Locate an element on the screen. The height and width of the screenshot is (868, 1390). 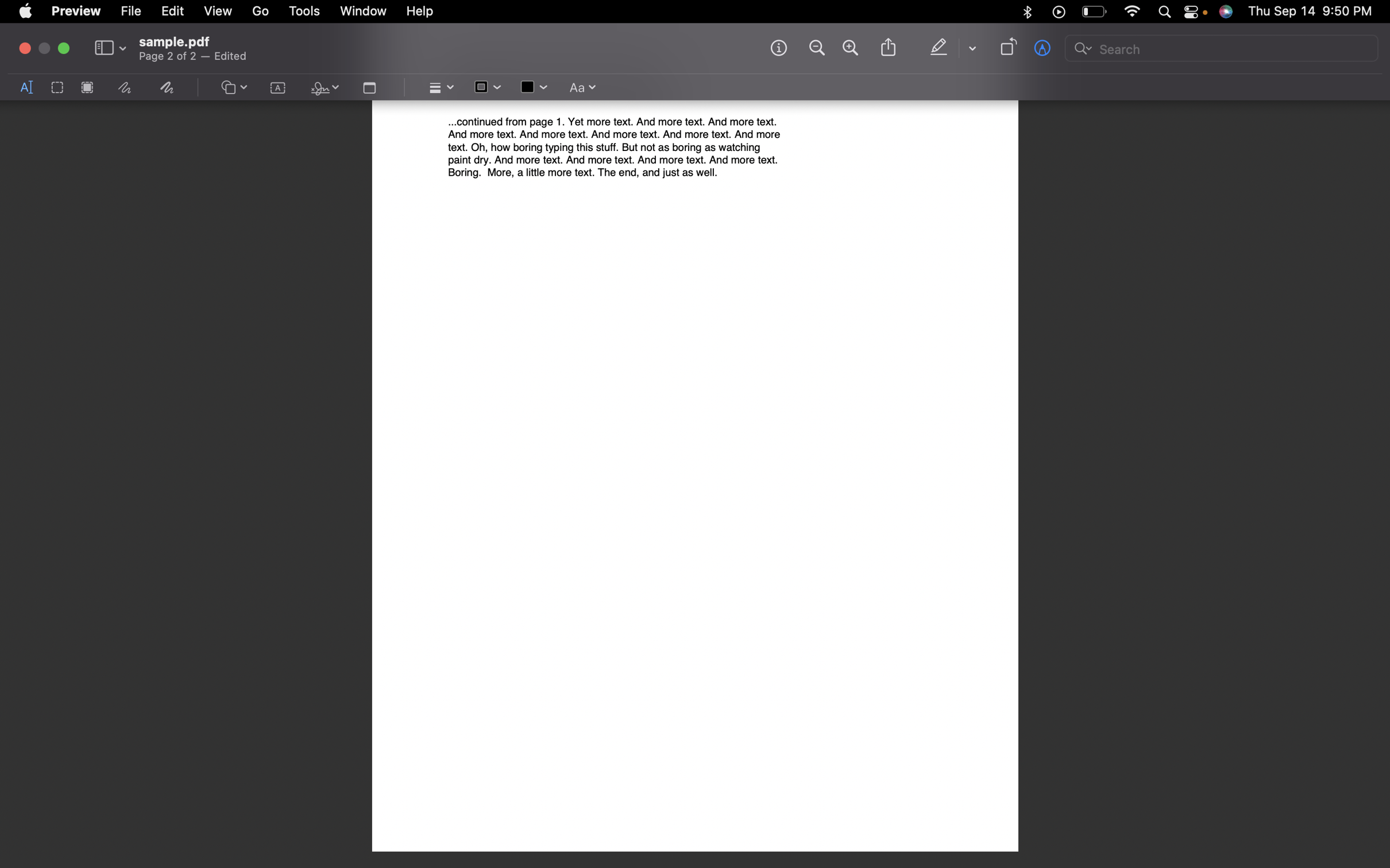
a "redact" action by using pyautogui click is located at coordinates (87, 88).